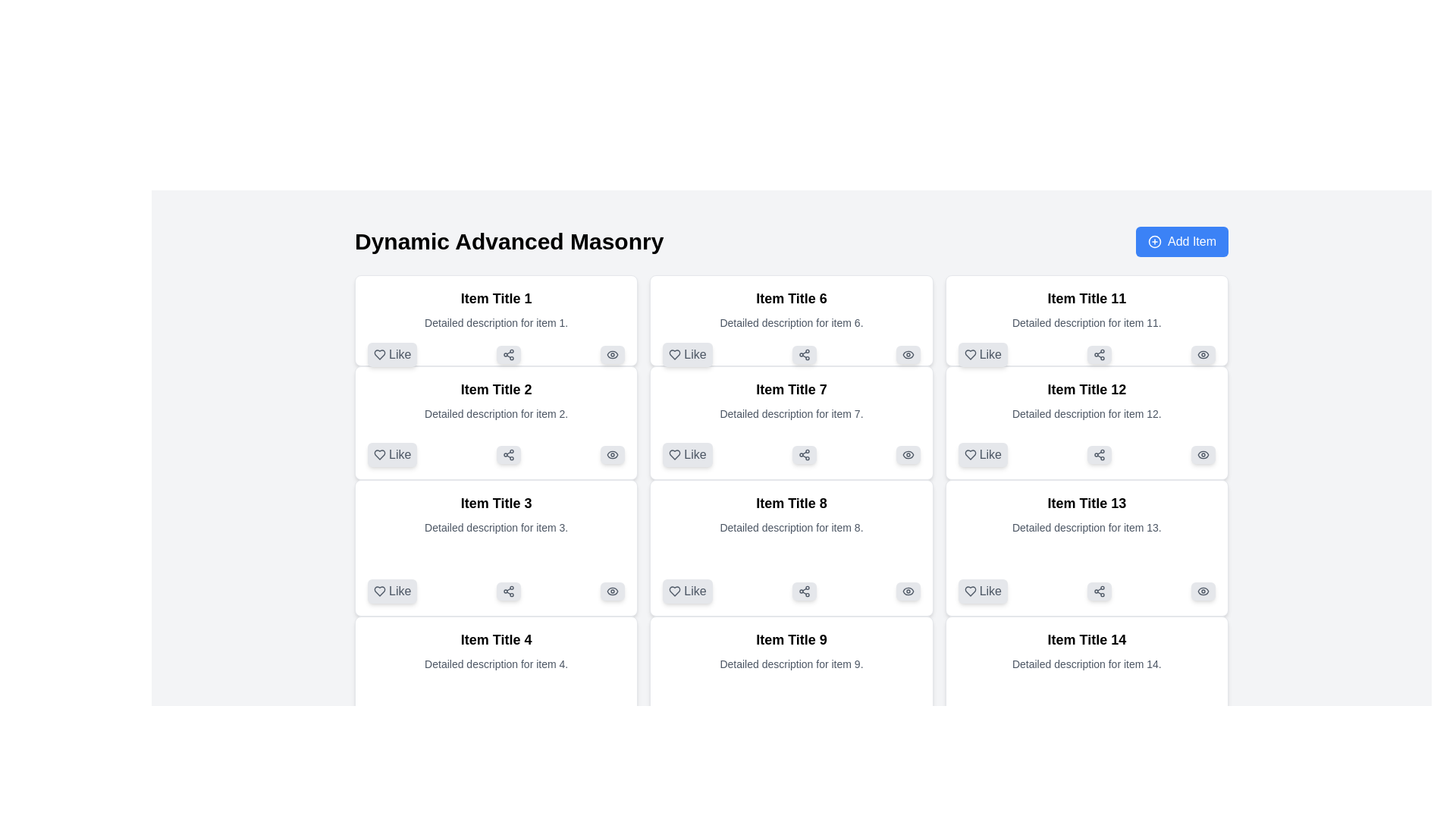 The image size is (1456, 819). What do you see at coordinates (803, 590) in the screenshot?
I see `the icon button resembling a share symbol, which is centrally located within a light gray rounded rectangle` at bounding box center [803, 590].